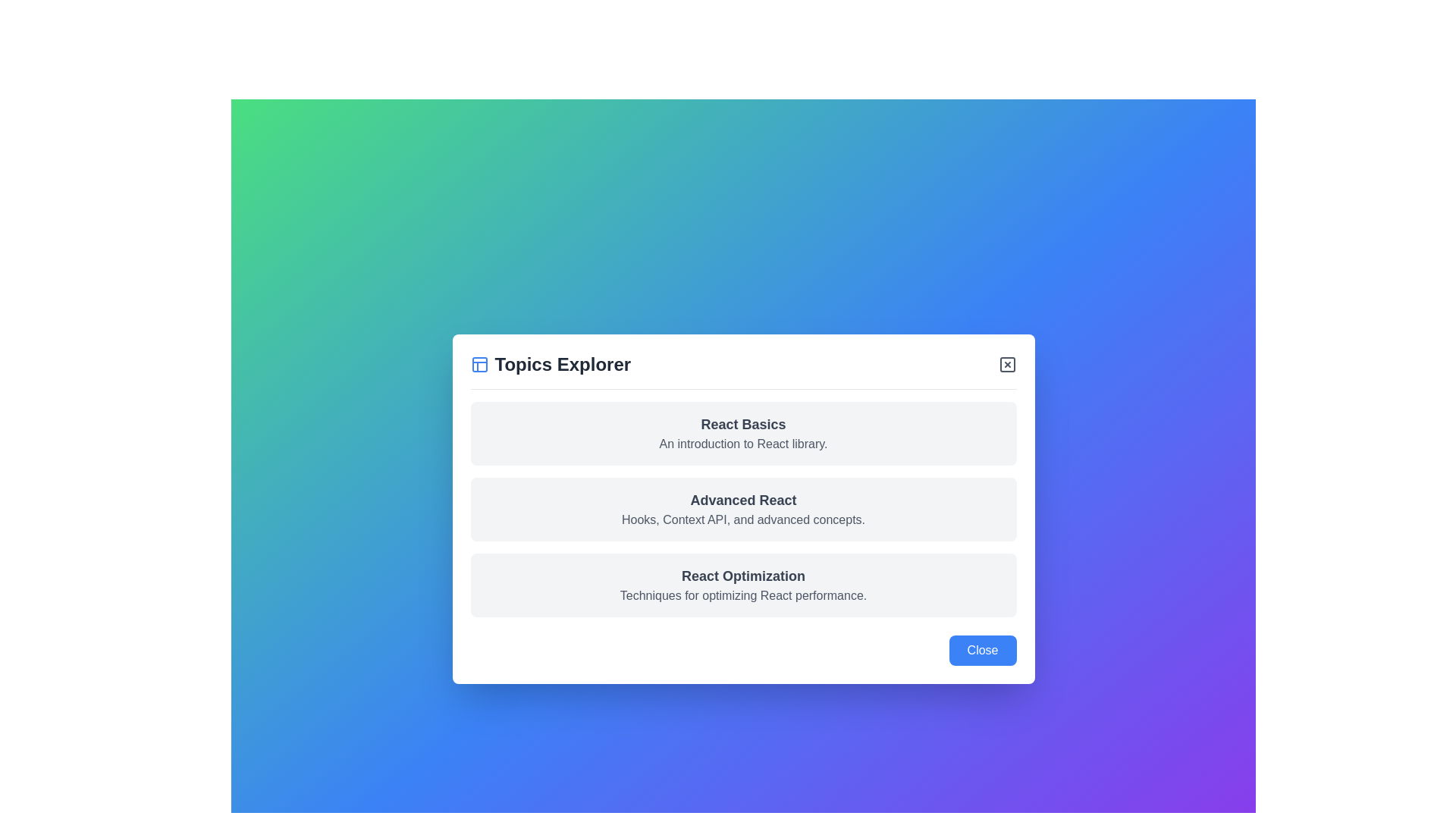 The width and height of the screenshot is (1456, 819). Describe the element at coordinates (479, 364) in the screenshot. I see `the blue grid icon located to the left of the text 'Topics Explorer' in the modal header` at that location.